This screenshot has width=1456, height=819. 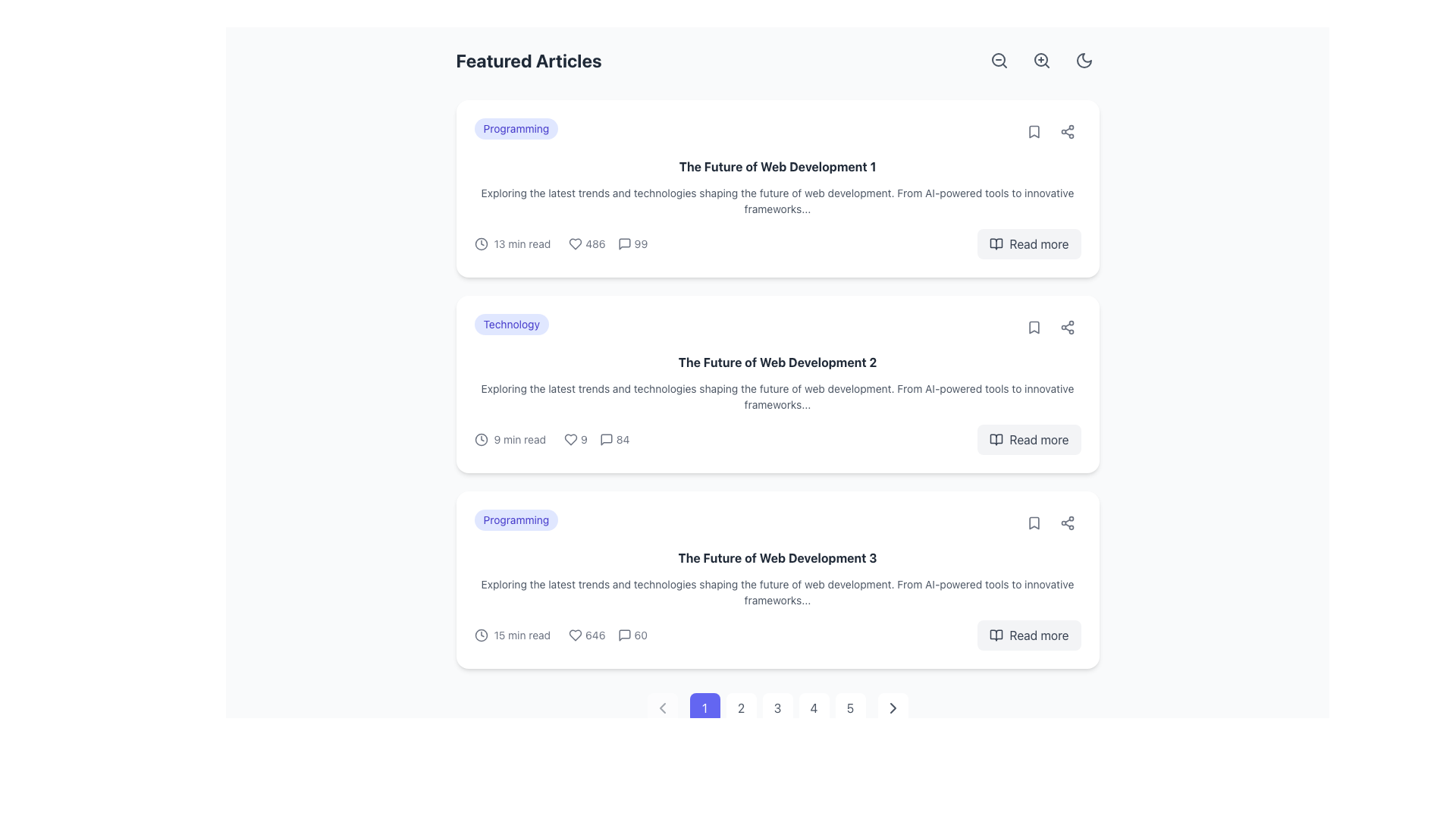 What do you see at coordinates (480, 635) in the screenshot?
I see `the clock icon indicating the reading duration for the article 'The Future of Web Development 3', located in the lower-left corner of the card` at bounding box center [480, 635].